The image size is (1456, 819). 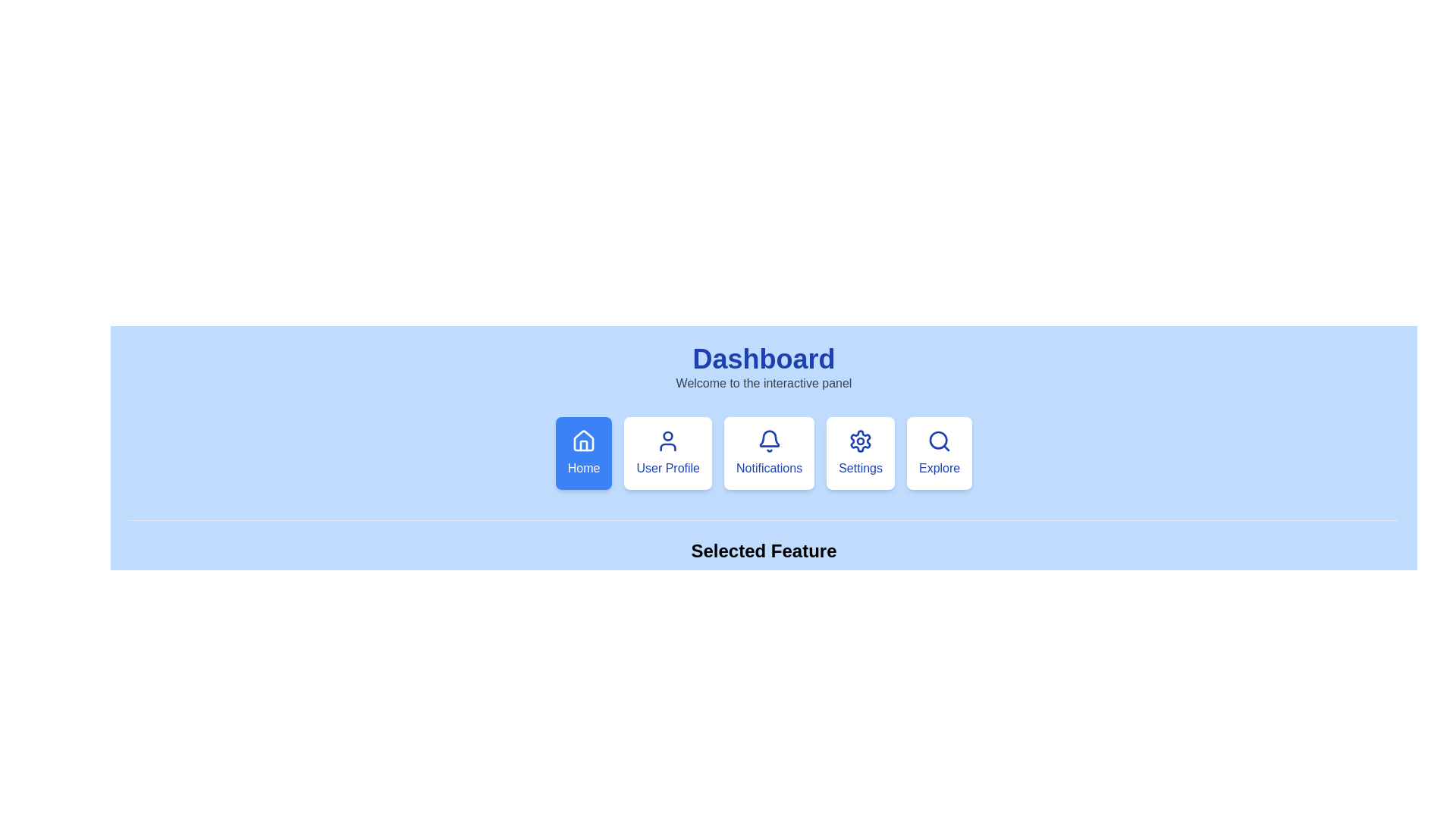 What do you see at coordinates (937, 440) in the screenshot?
I see `the 'Explore' button, represented by a magnifying glass icon, which contains the circular shape for searching or exploring features` at bounding box center [937, 440].